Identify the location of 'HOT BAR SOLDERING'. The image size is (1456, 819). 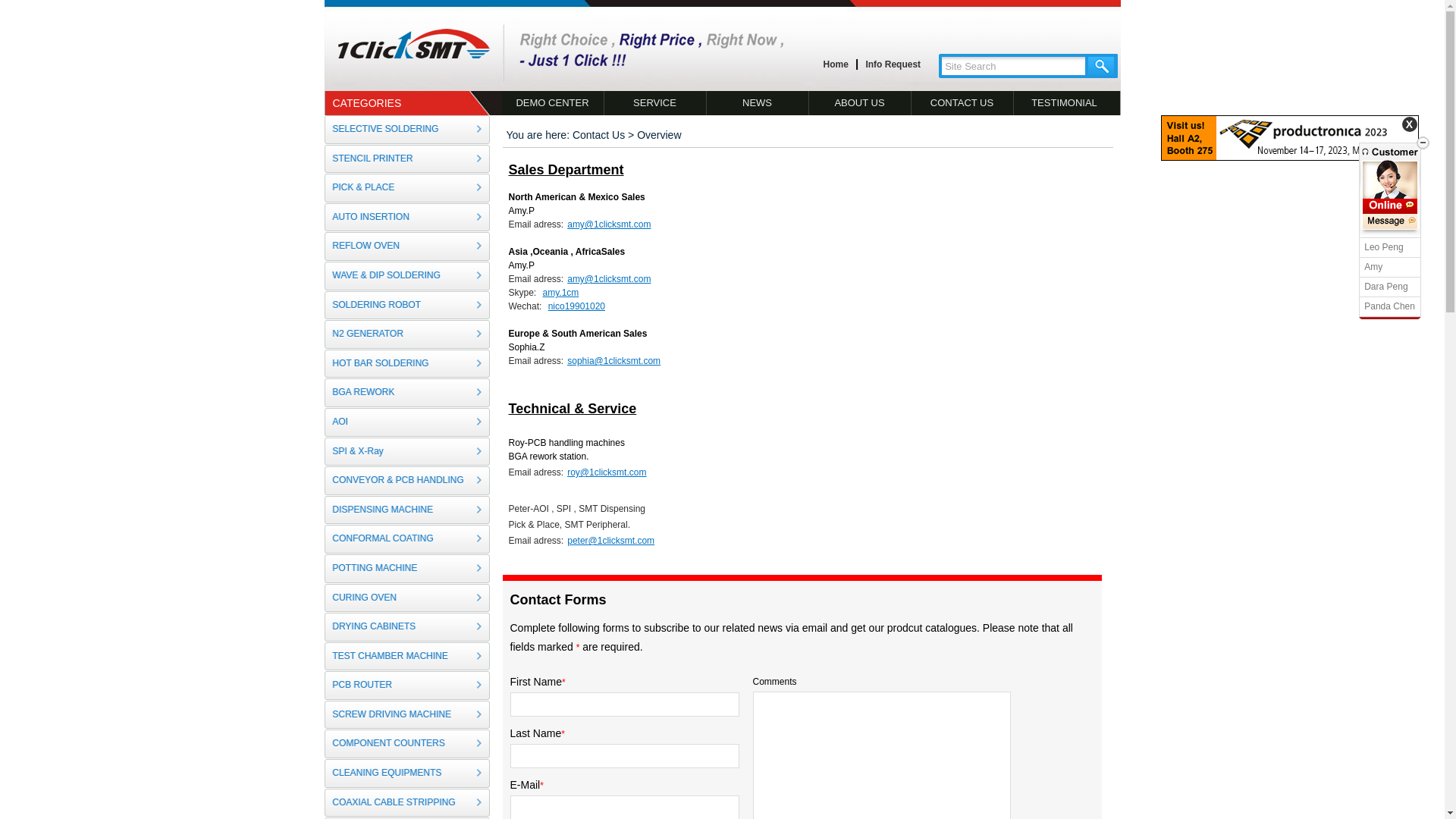
(407, 363).